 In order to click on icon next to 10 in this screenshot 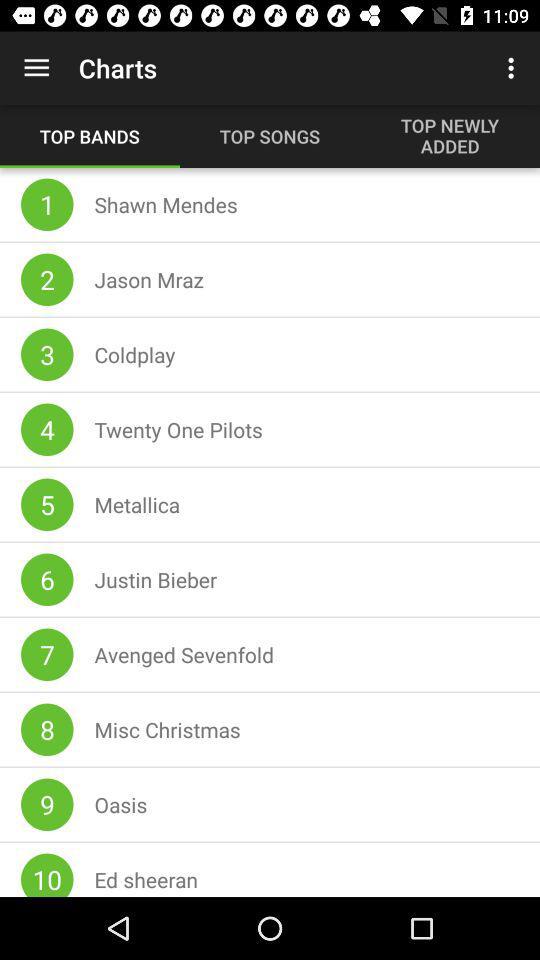, I will do `click(145, 878)`.